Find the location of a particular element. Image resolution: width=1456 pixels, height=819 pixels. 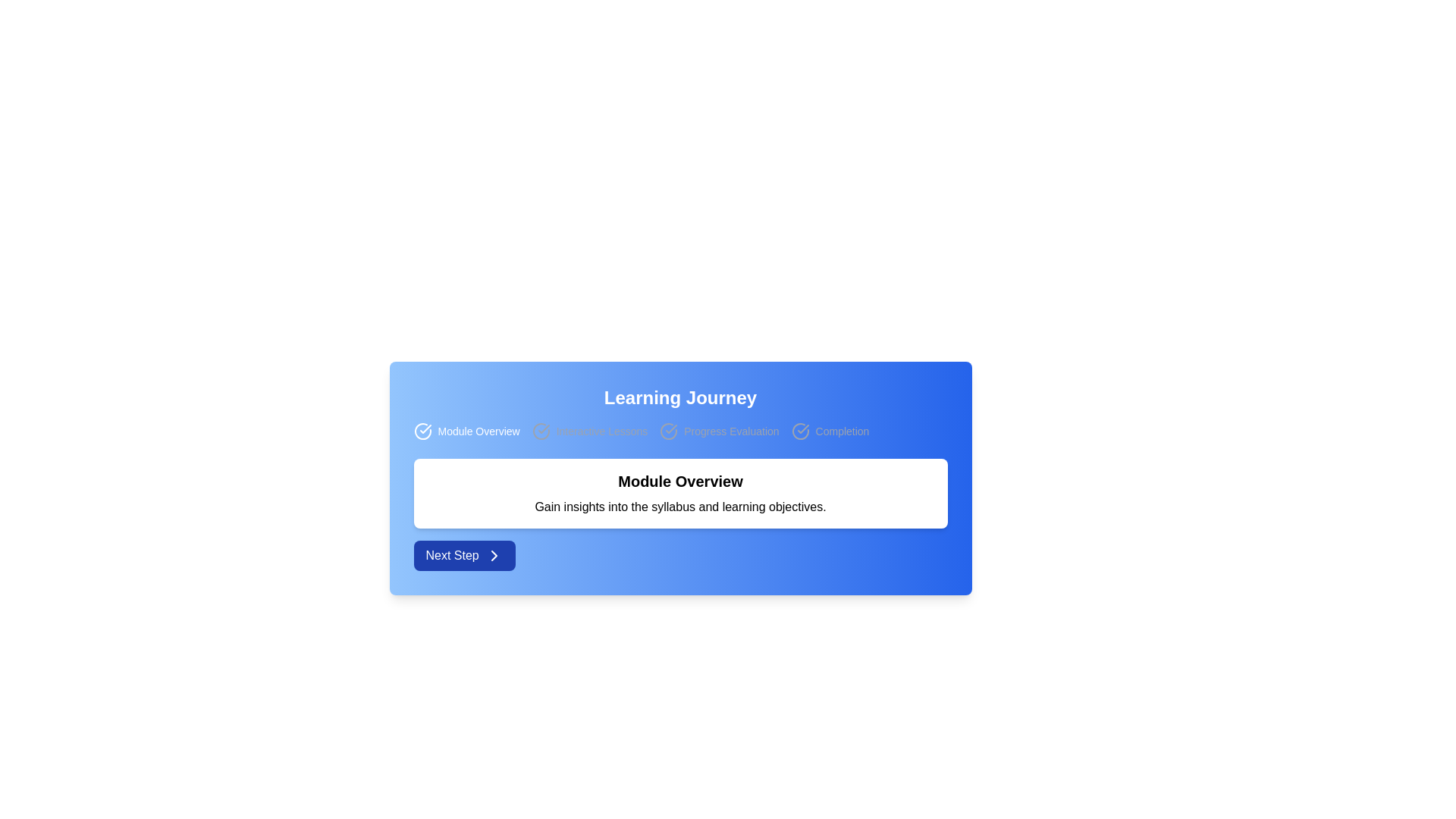

the Label or textual display element that indicates a step or section, positioned to the right of an adjacent checkmark icon is located at coordinates (478, 431).